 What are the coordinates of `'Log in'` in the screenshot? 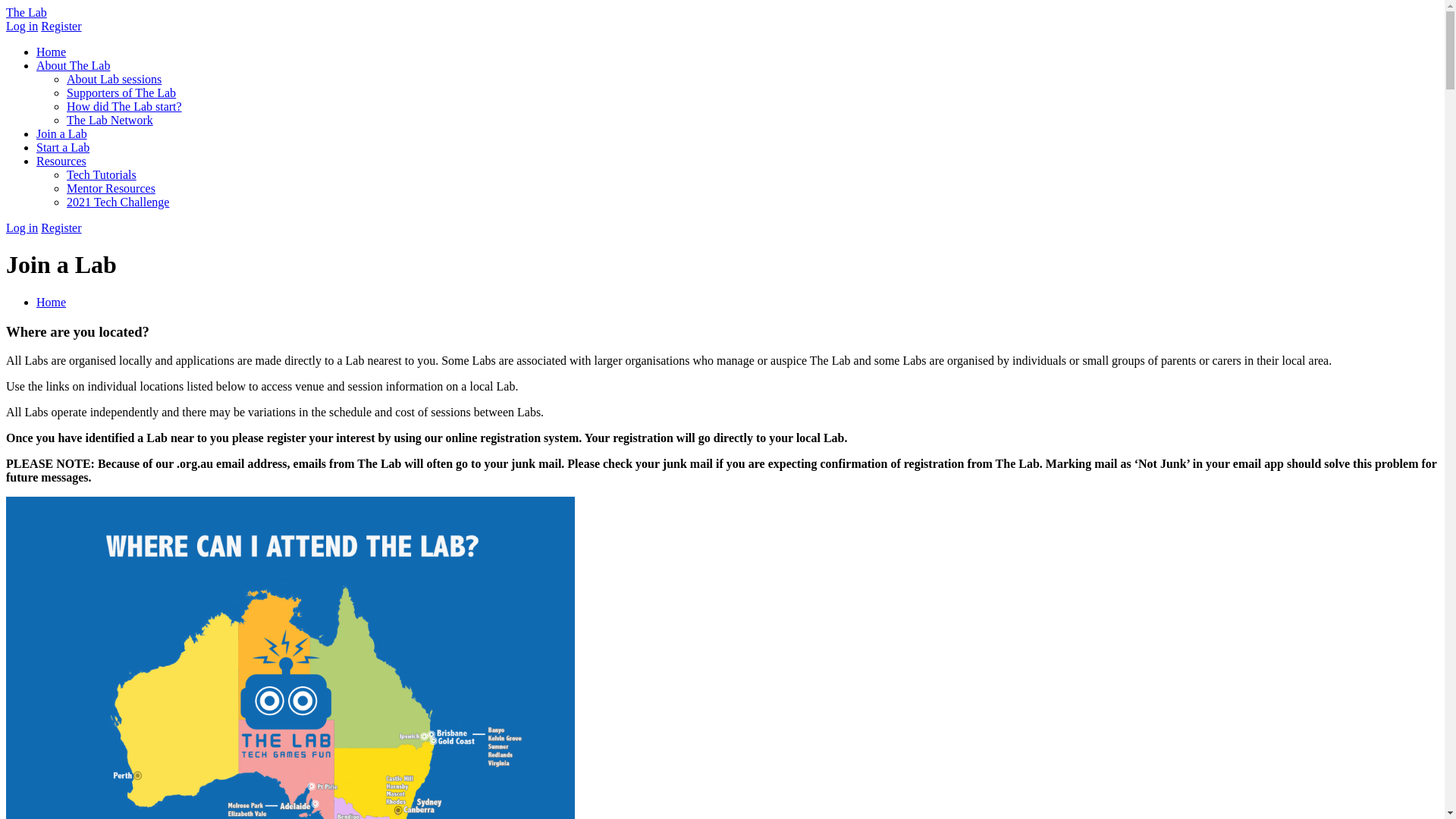 It's located at (21, 26).